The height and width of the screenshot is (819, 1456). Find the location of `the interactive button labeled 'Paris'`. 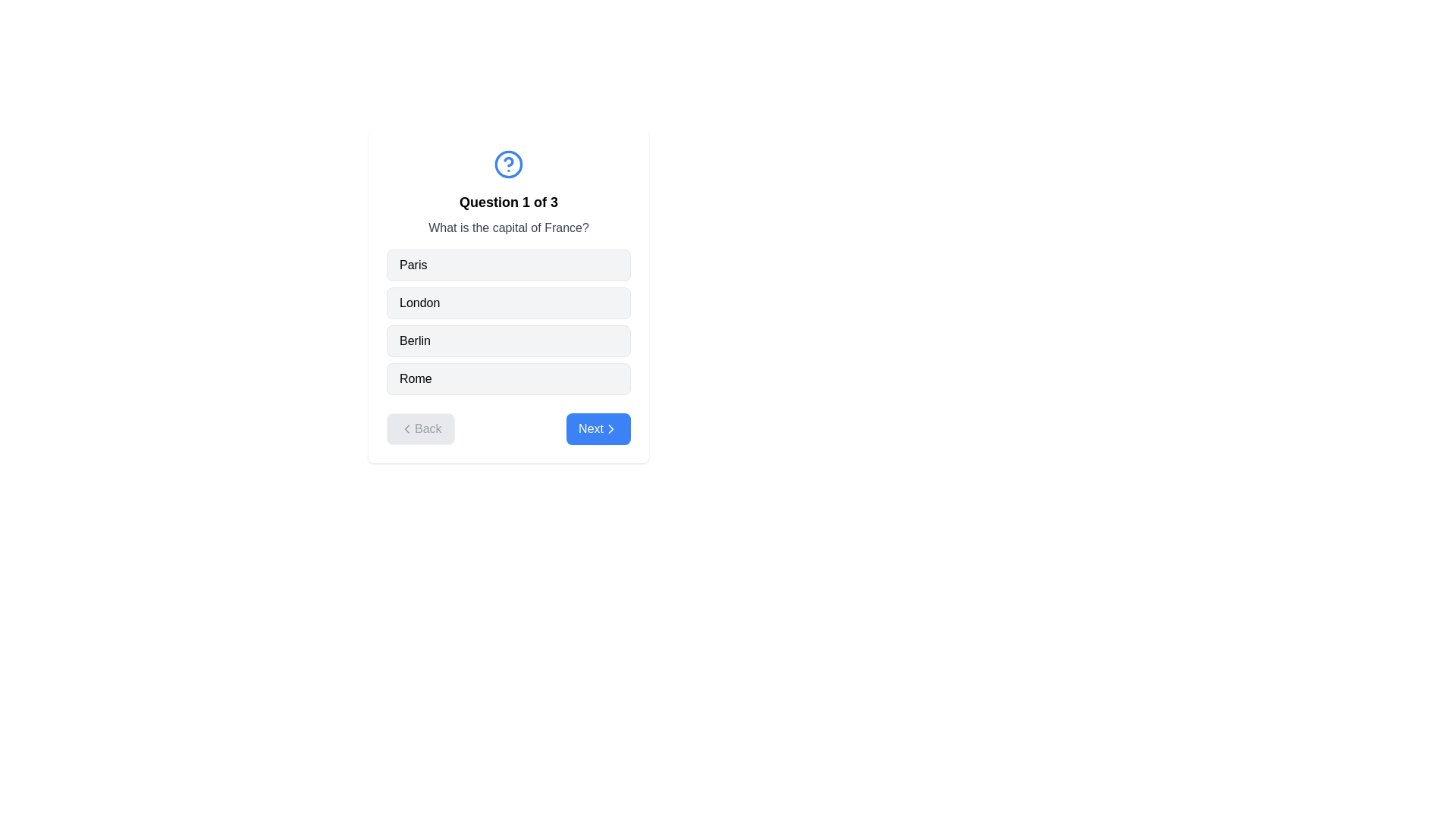

the interactive button labeled 'Paris' is located at coordinates (413, 265).